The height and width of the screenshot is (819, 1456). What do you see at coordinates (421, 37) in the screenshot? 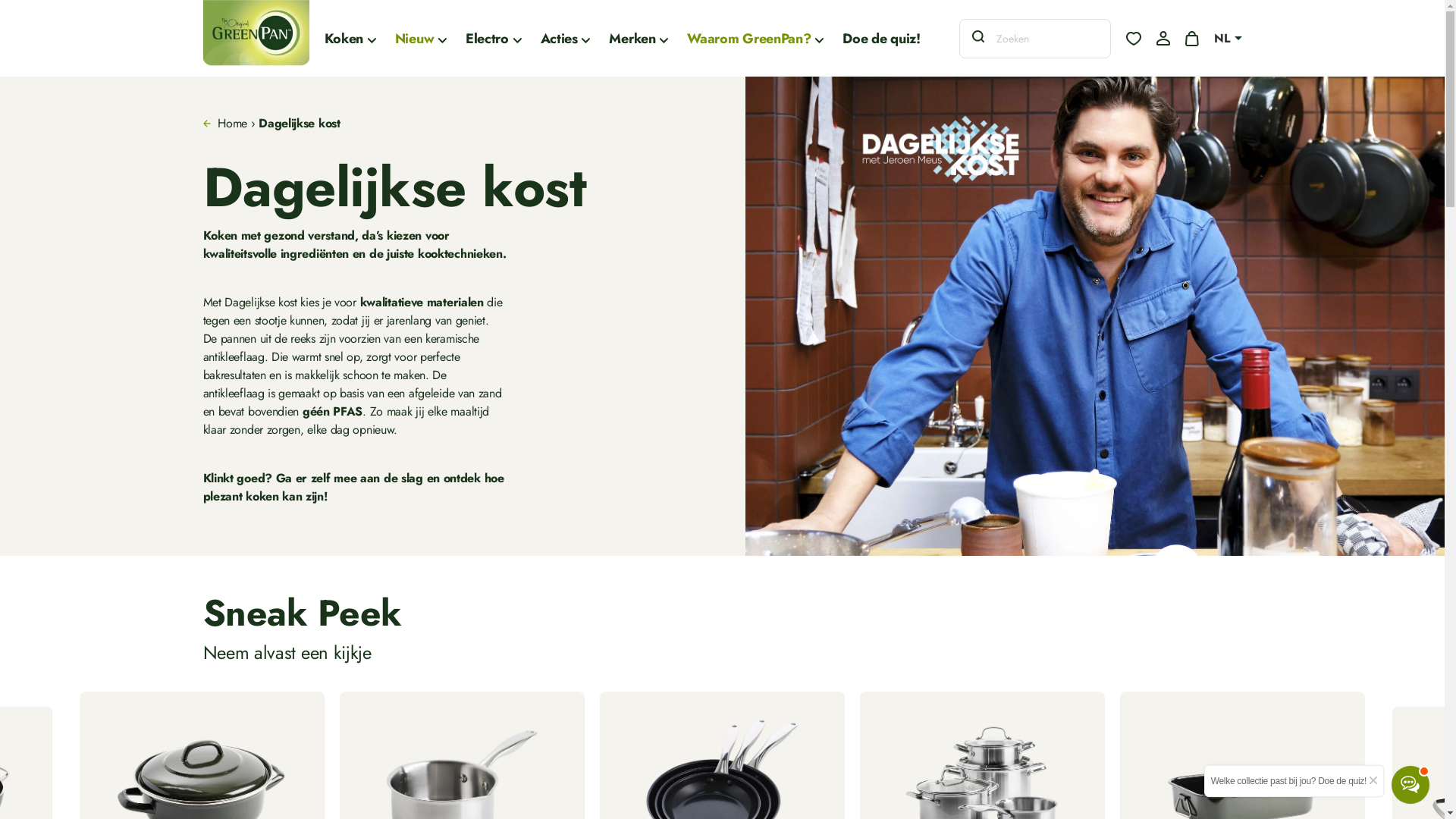
I see `'Nieuw'` at bounding box center [421, 37].